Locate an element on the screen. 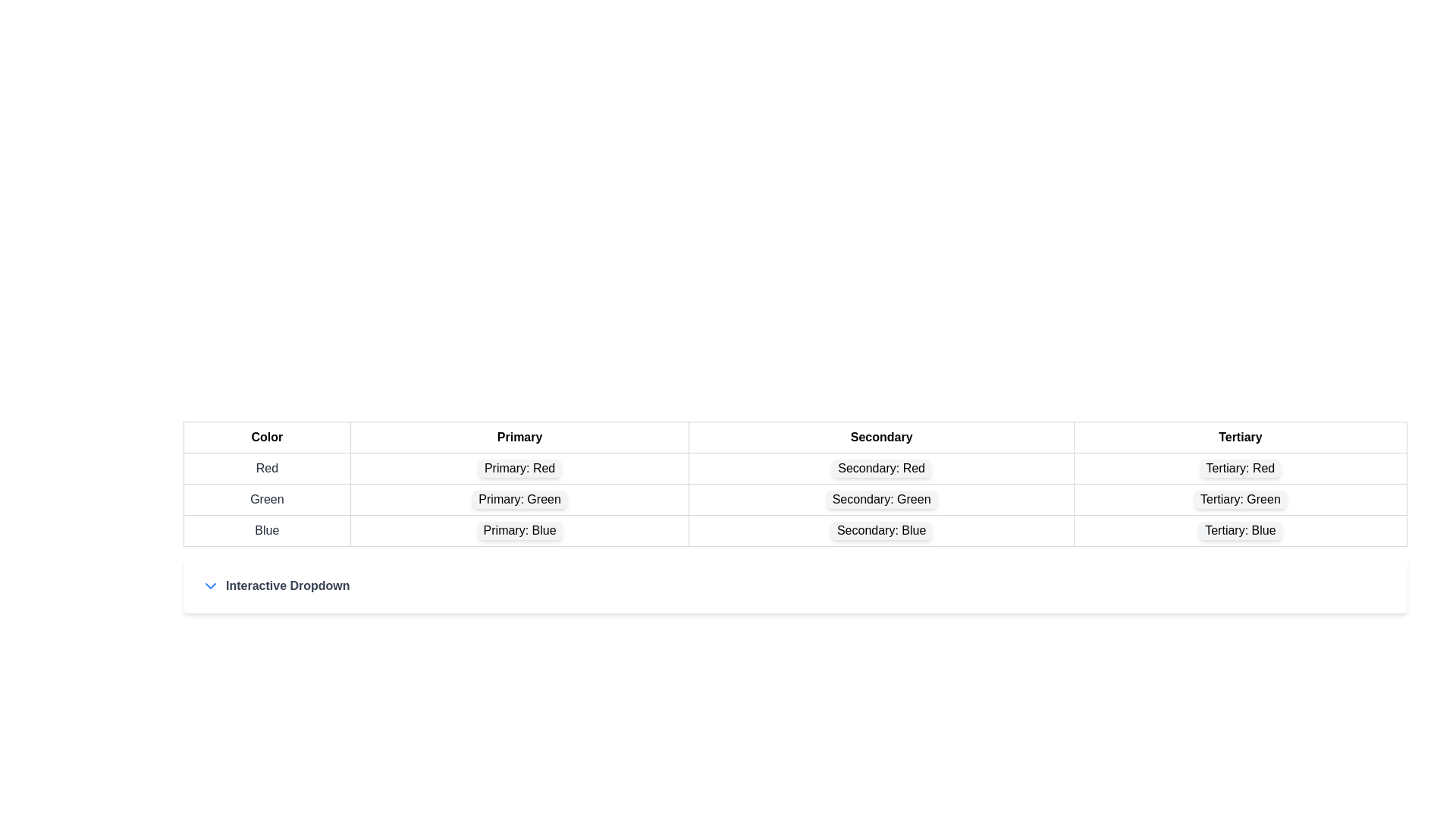  the label indicating 'Tertiary: Red' in the third column of the 'Red' color category row within the table is located at coordinates (1240, 467).